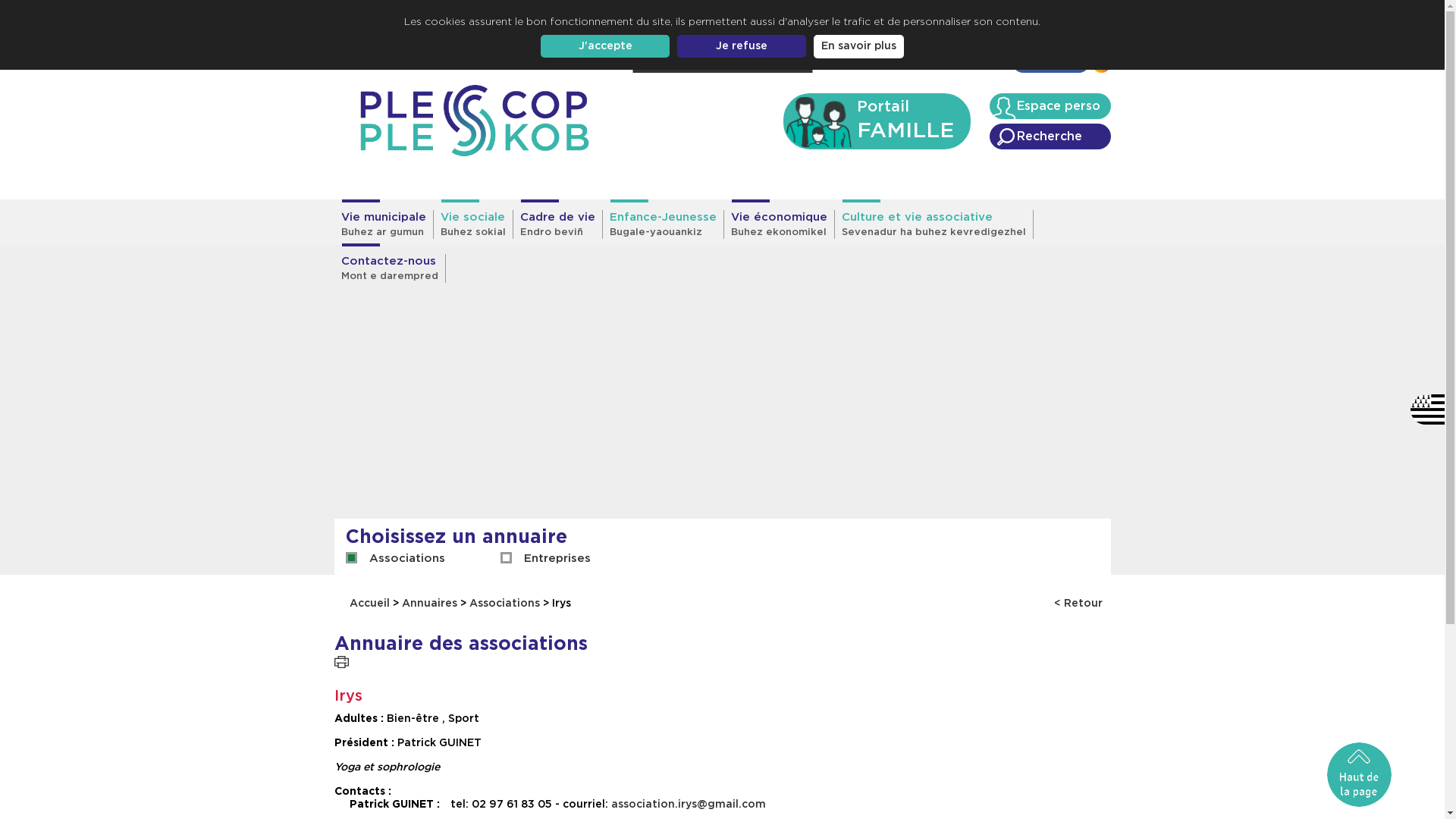 The height and width of the screenshot is (819, 1456). What do you see at coordinates (428, 602) in the screenshot?
I see `'Annuaires'` at bounding box center [428, 602].